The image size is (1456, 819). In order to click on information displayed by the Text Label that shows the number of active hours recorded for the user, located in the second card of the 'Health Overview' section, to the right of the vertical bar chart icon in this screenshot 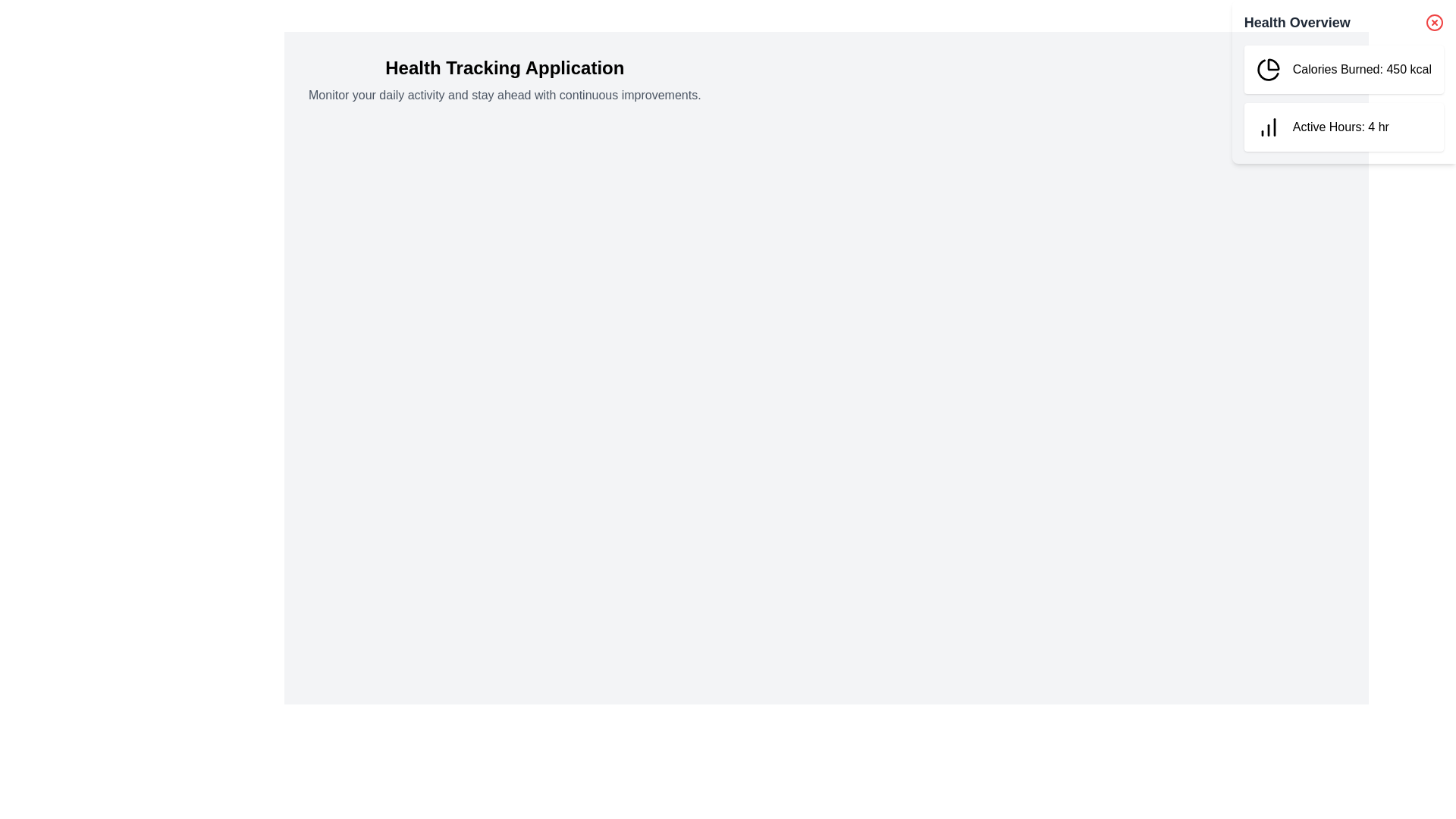, I will do `click(1341, 127)`.